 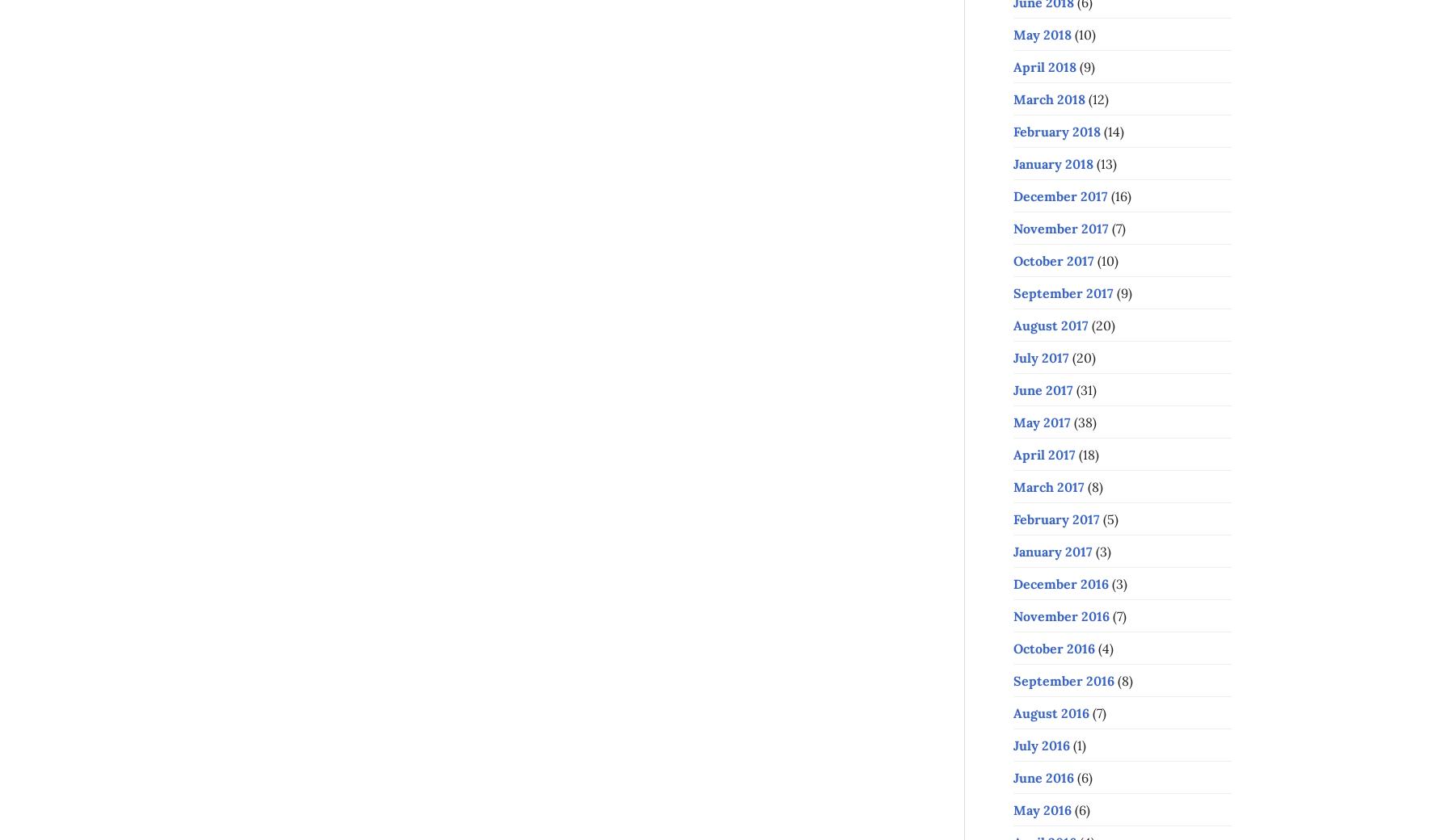 What do you see at coordinates (1062, 292) in the screenshot?
I see `'September 2017'` at bounding box center [1062, 292].